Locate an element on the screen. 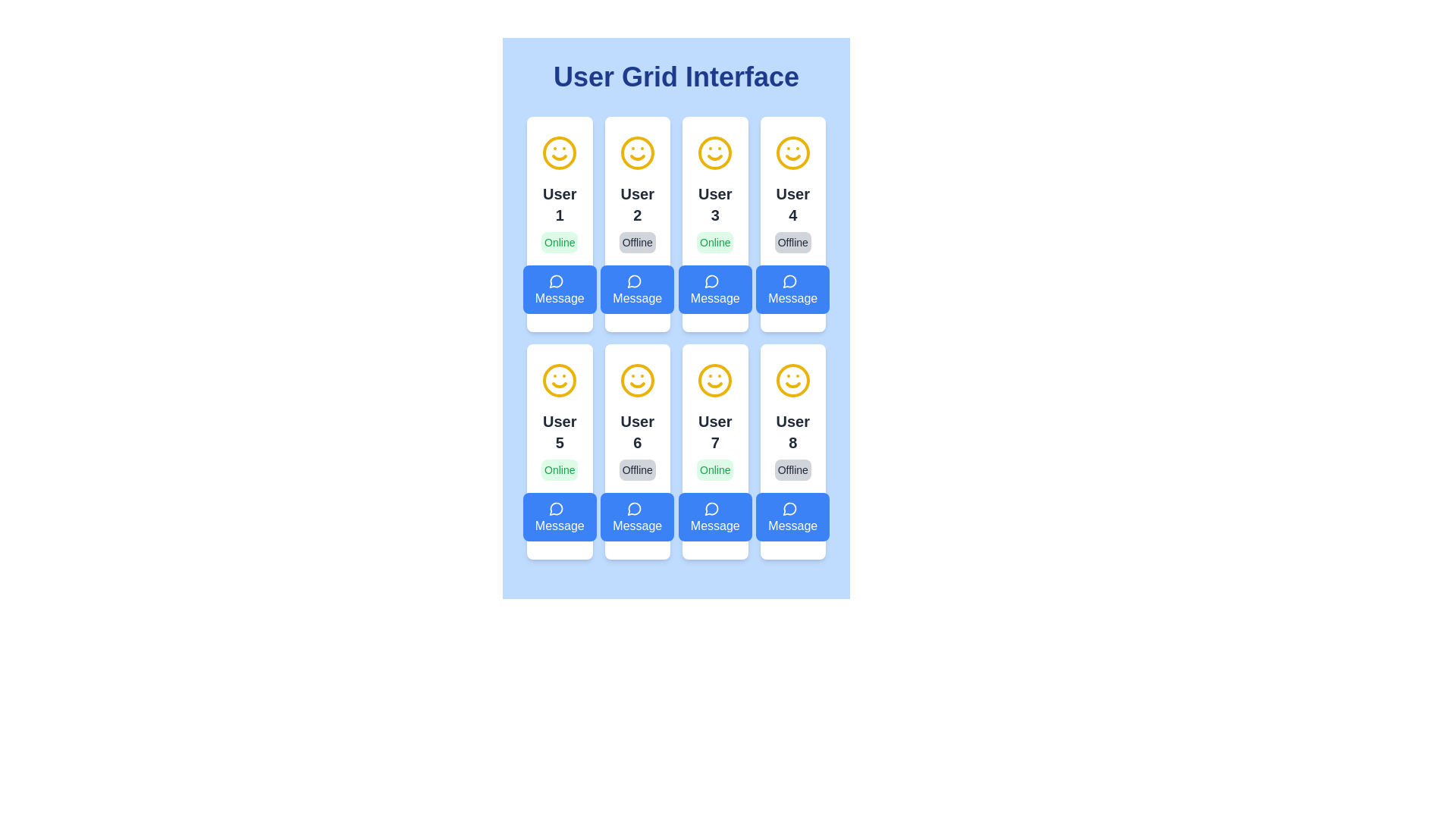 Image resolution: width=1456 pixels, height=819 pixels. the 'Offline' text label displayed in a small gray font within the sixth user card, located below 'User 6' and above the 'Message' button is located at coordinates (637, 469).